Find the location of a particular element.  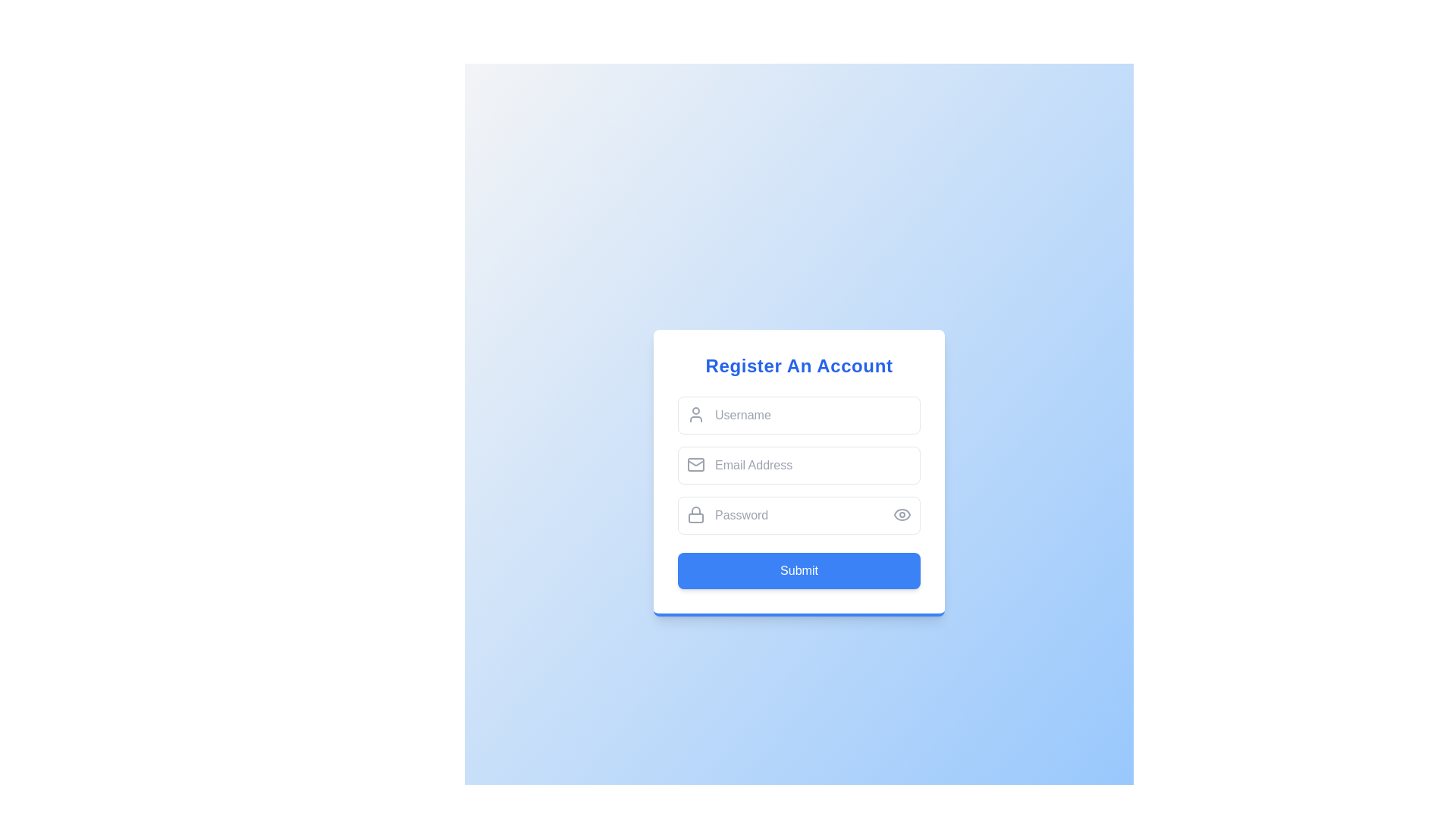

the graphical user icon that represents the username input field, located at the left margin of the username text input field is located at coordinates (695, 415).